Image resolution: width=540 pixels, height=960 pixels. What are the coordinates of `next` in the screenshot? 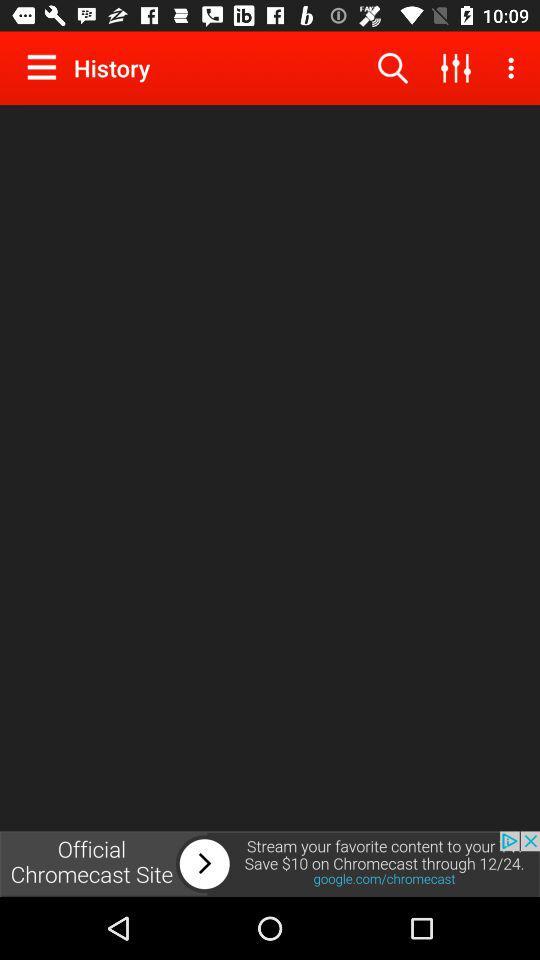 It's located at (270, 863).